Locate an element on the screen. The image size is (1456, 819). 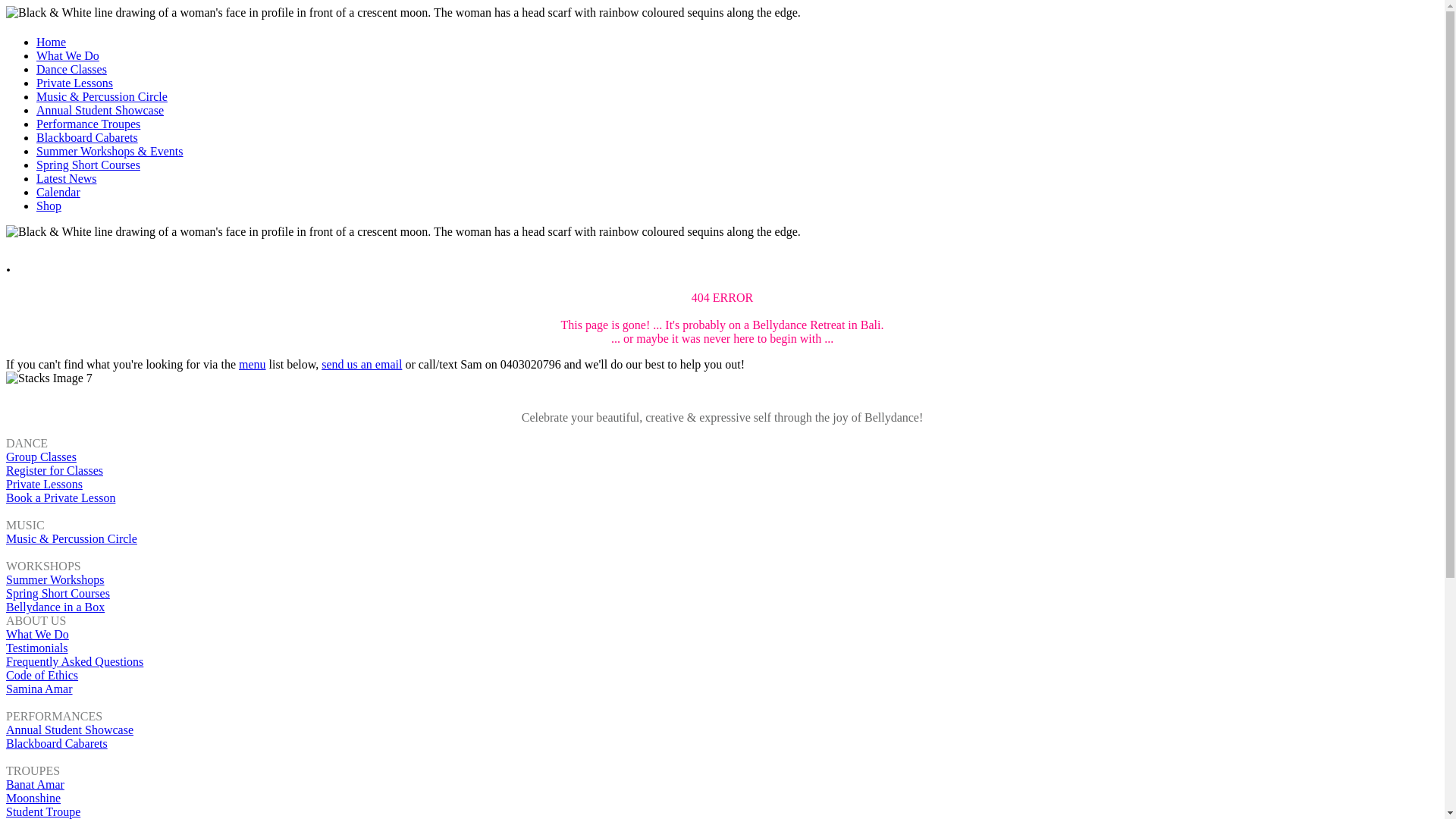
'Performance Troupes' is located at coordinates (87, 123).